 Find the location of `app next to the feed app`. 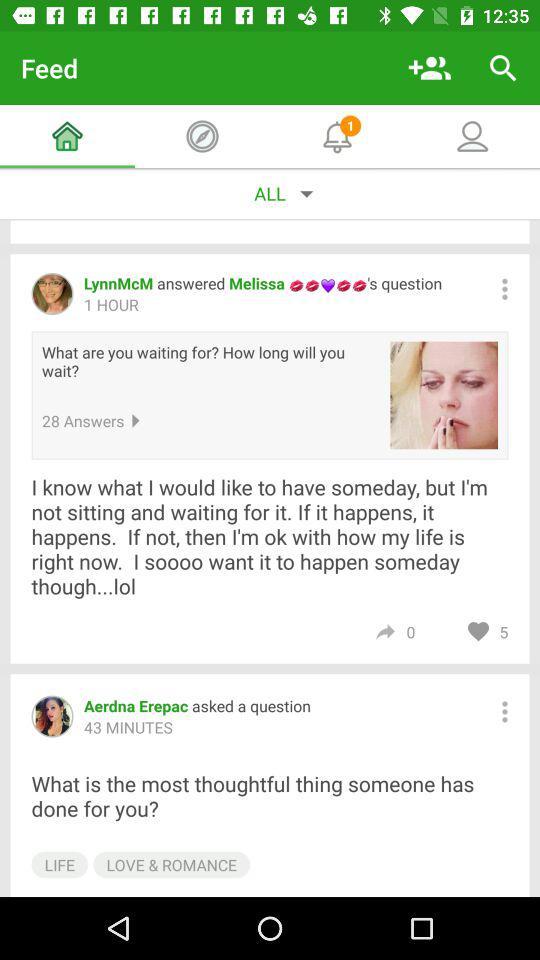

app next to the feed app is located at coordinates (428, 68).